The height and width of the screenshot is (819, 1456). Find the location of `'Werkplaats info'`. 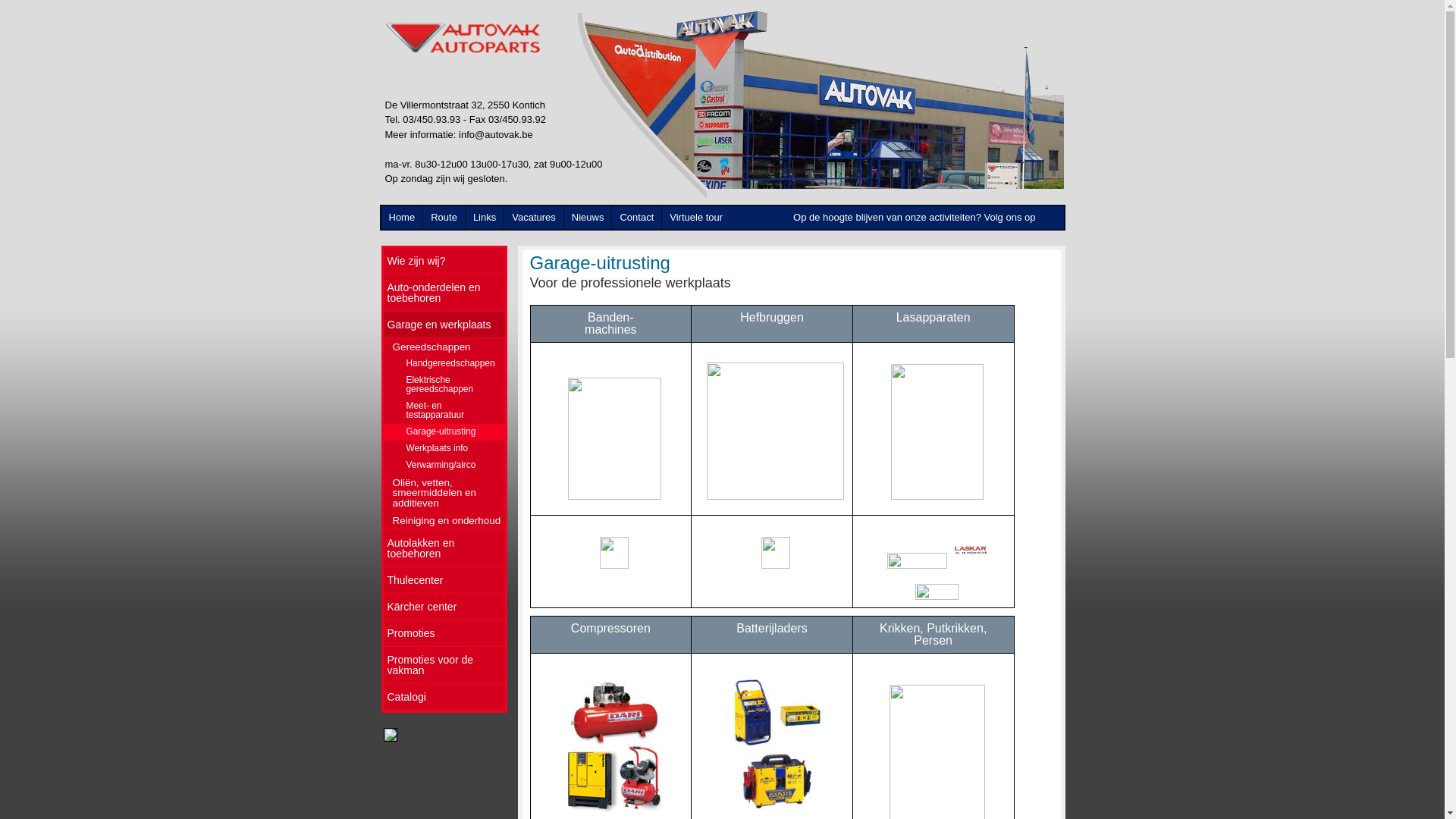

'Werkplaats info' is located at coordinates (443, 447).